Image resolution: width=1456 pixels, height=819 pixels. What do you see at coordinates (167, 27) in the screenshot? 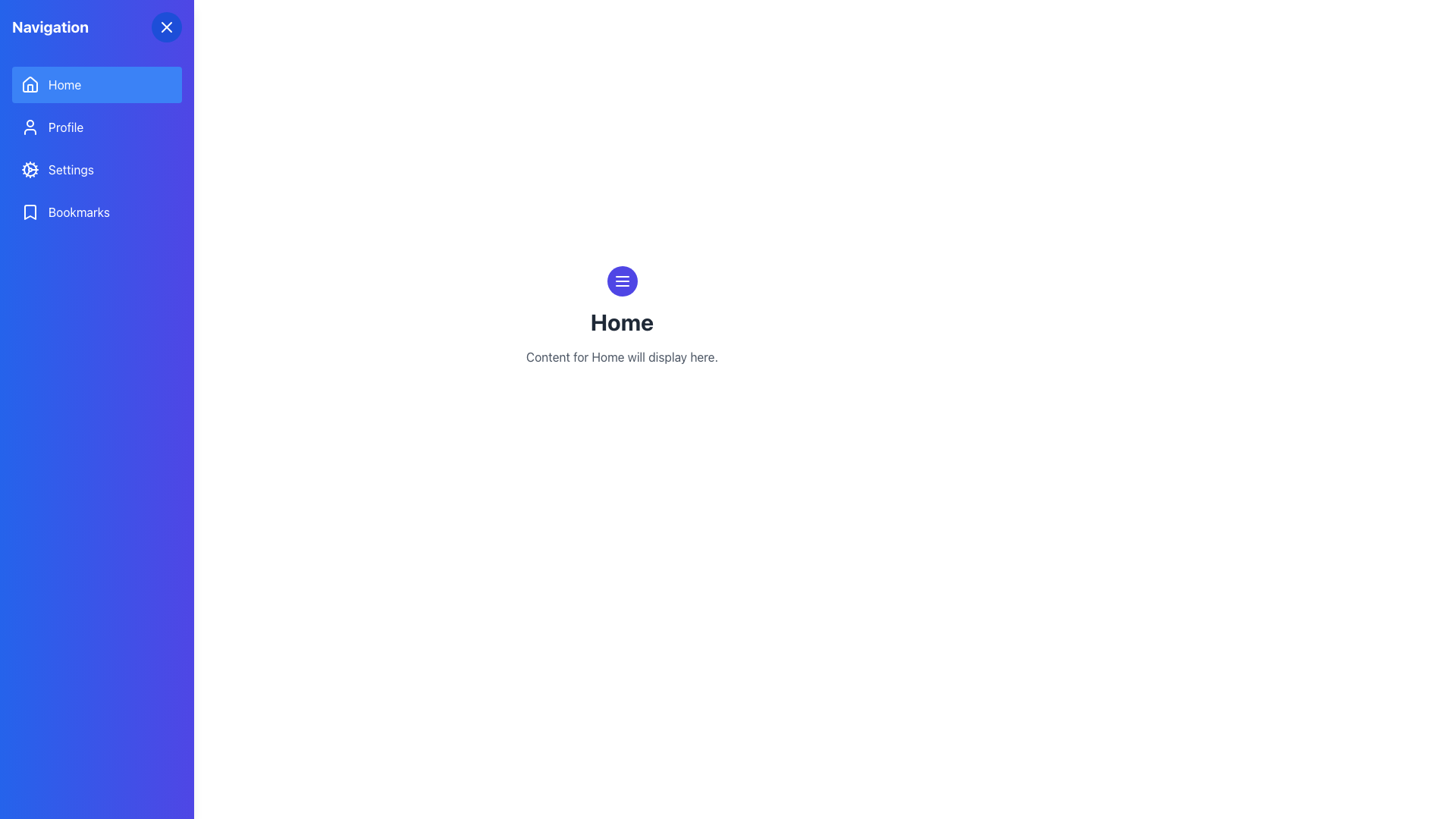
I see `the circular blue button with a white 'X' icon located in the top-right corner of the navigation bar` at bounding box center [167, 27].